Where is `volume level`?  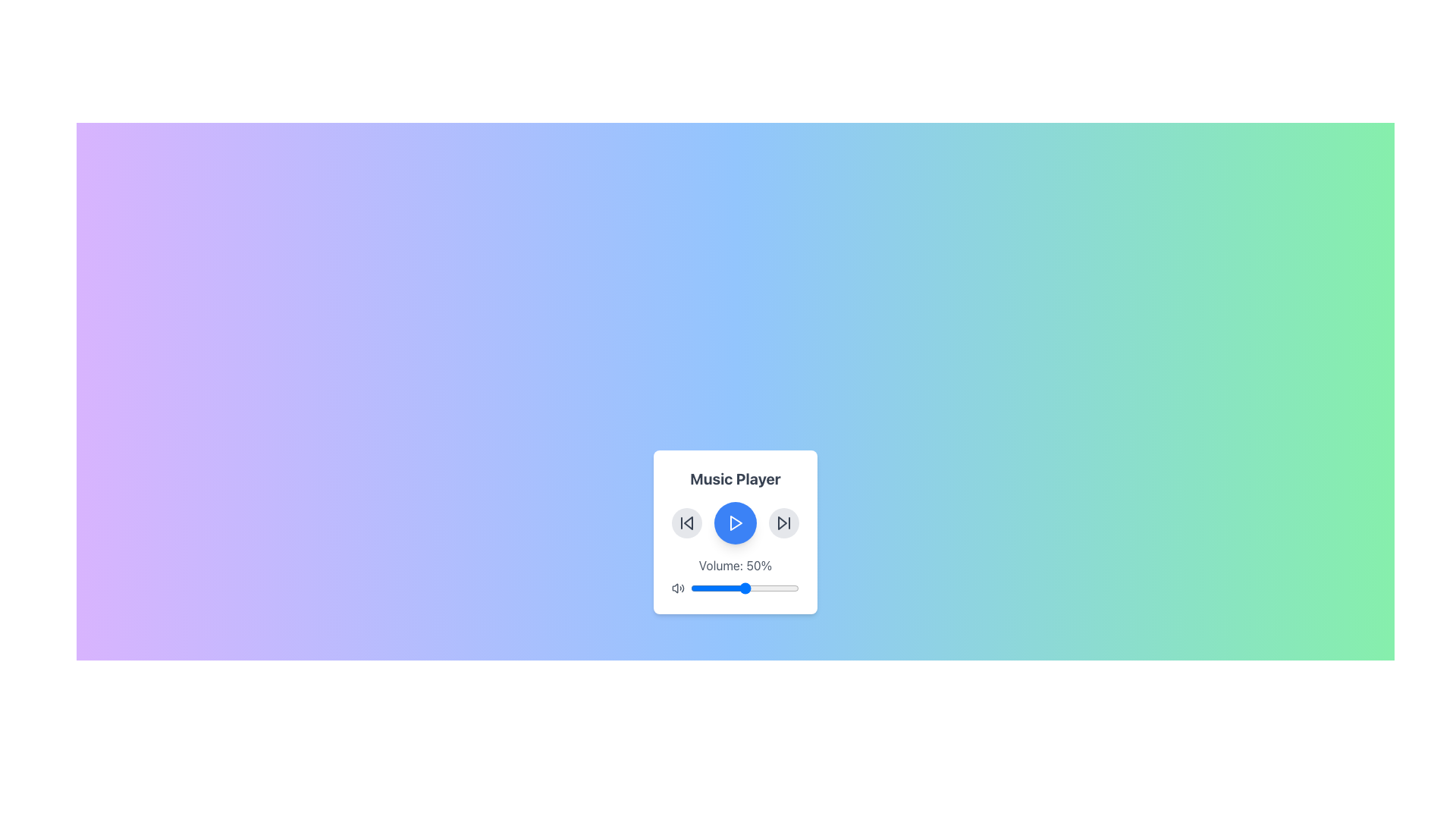 volume level is located at coordinates (752, 587).